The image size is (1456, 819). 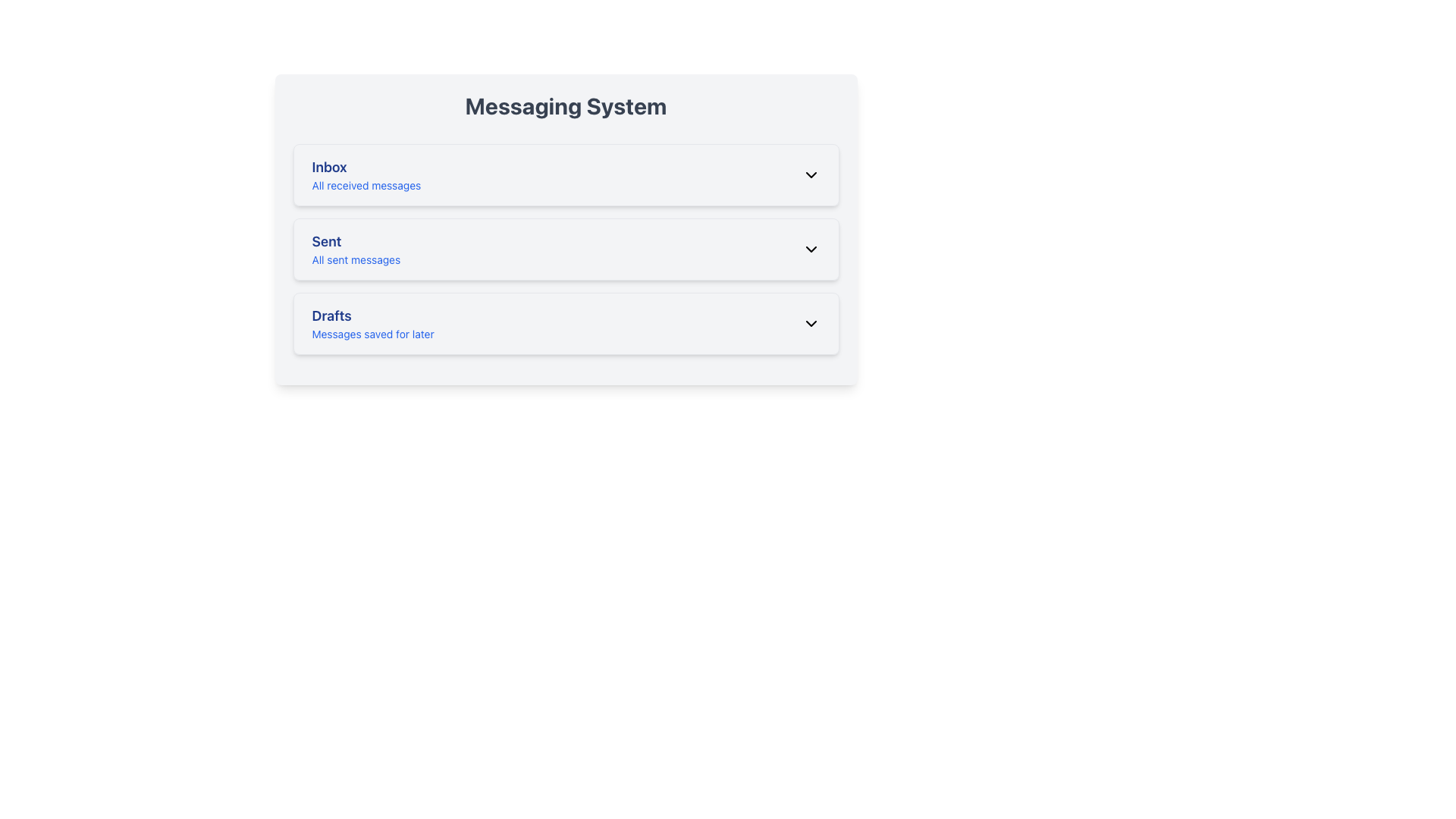 What do you see at coordinates (366, 185) in the screenshot?
I see `the text label that indicates 'All received messages', which is positioned below the 'Inbox' label within the inbox section` at bounding box center [366, 185].